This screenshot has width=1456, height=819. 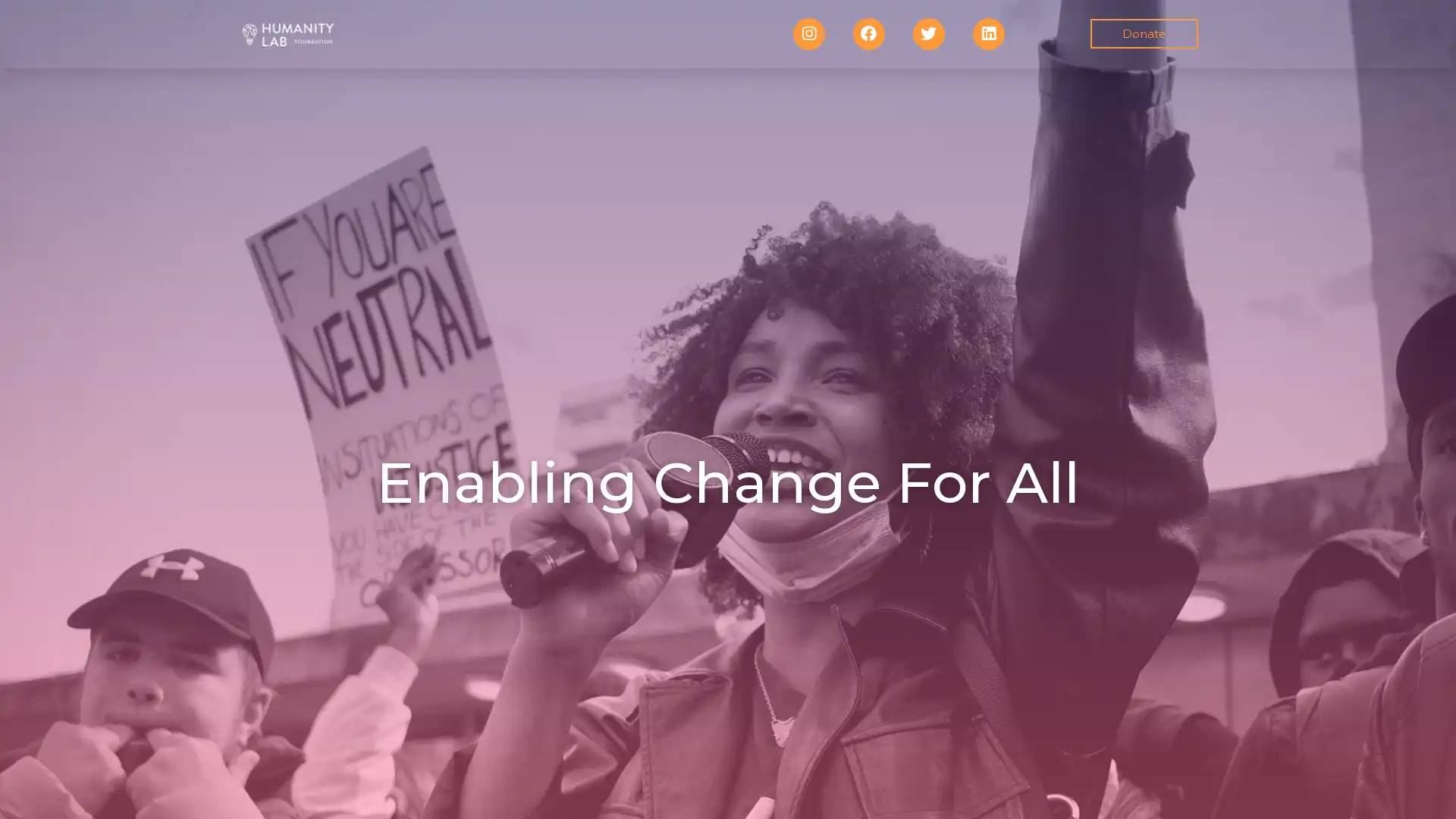 I want to click on Donate, so click(x=1143, y=33).